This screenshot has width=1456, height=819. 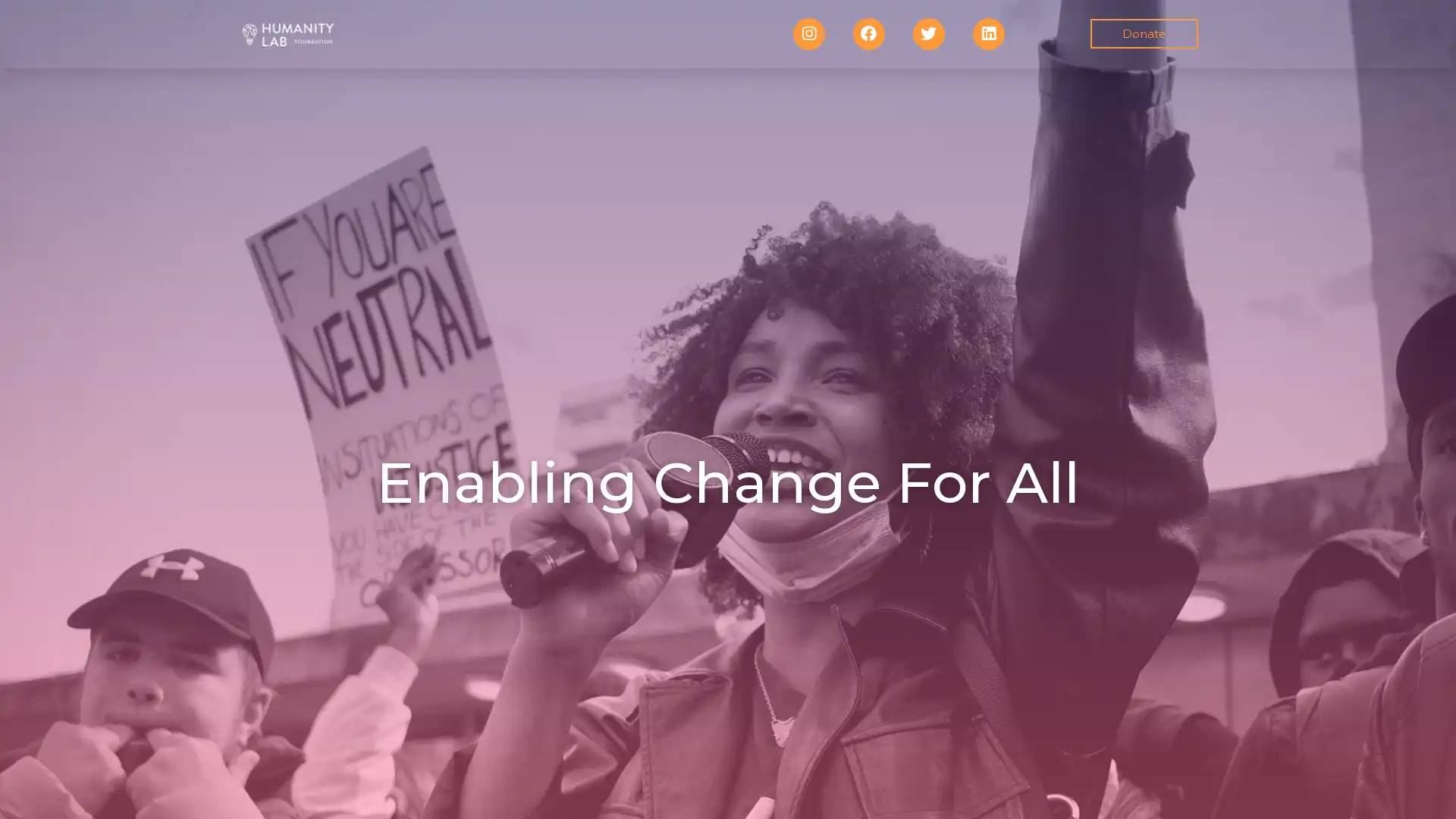 I want to click on Donate, so click(x=1143, y=33).